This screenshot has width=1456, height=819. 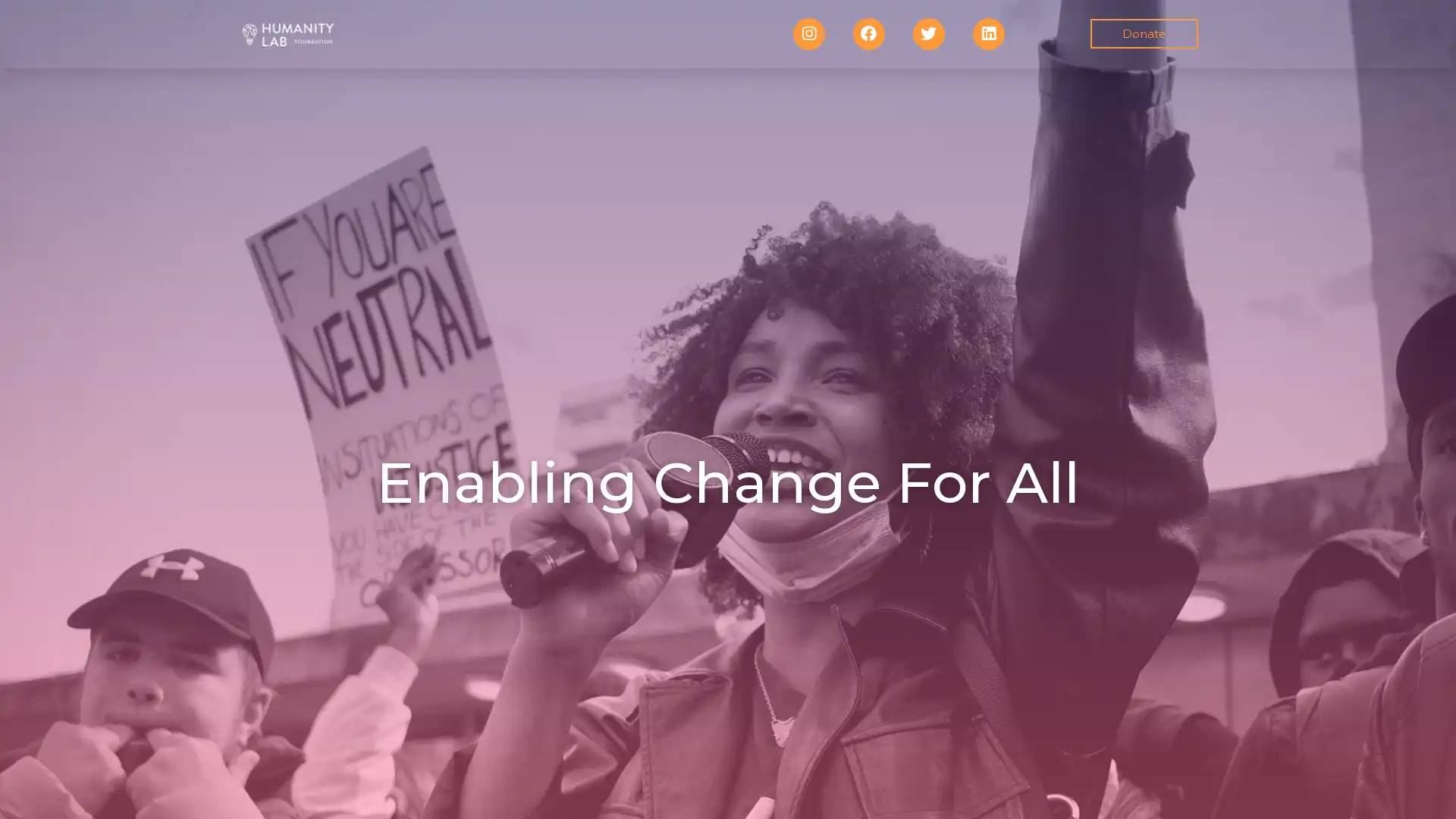 I want to click on Donate, so click(x=1143, y=33).